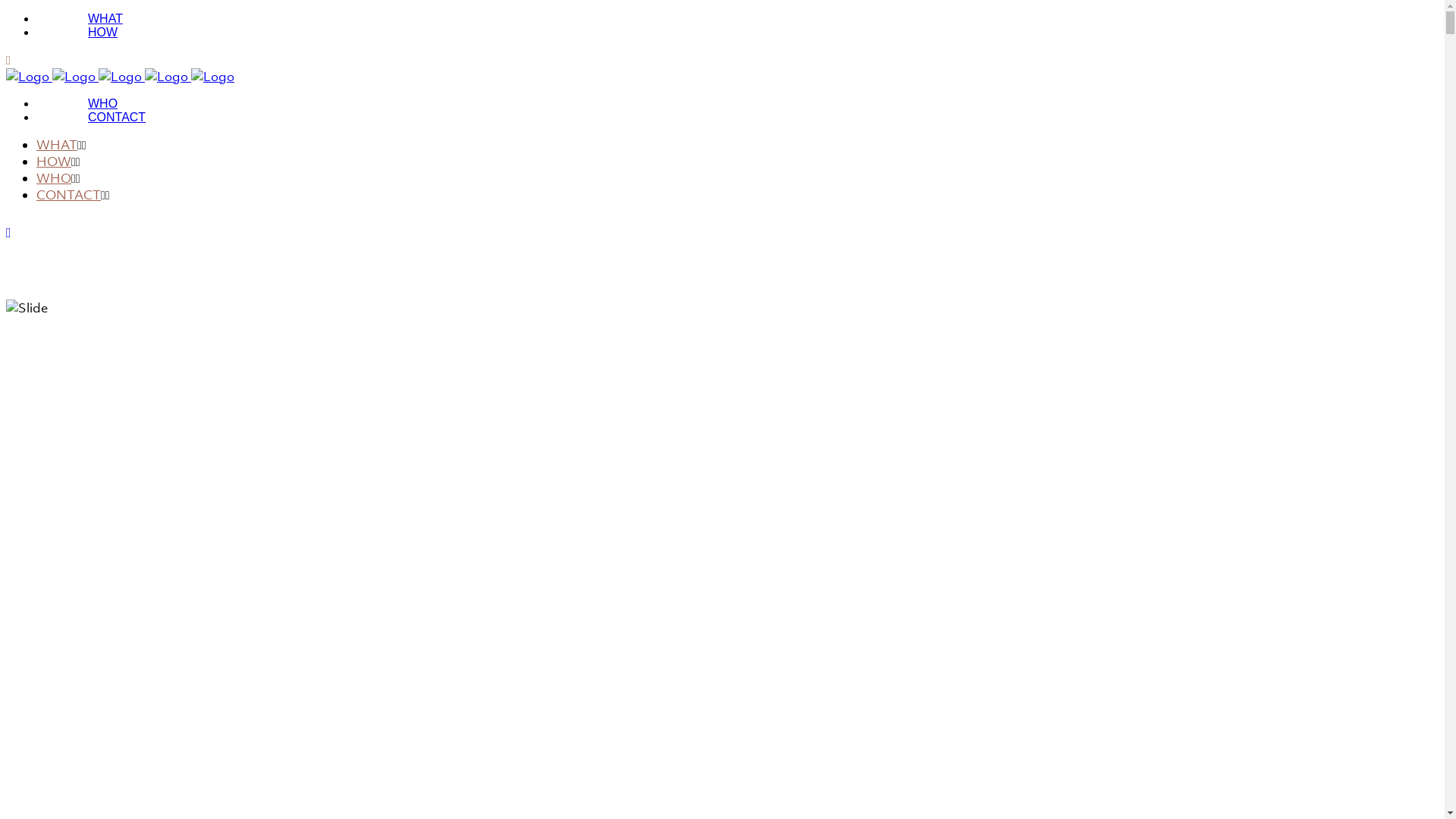 The image size is (1456, 819). I want to click on 'WHO', so click(54, 177).